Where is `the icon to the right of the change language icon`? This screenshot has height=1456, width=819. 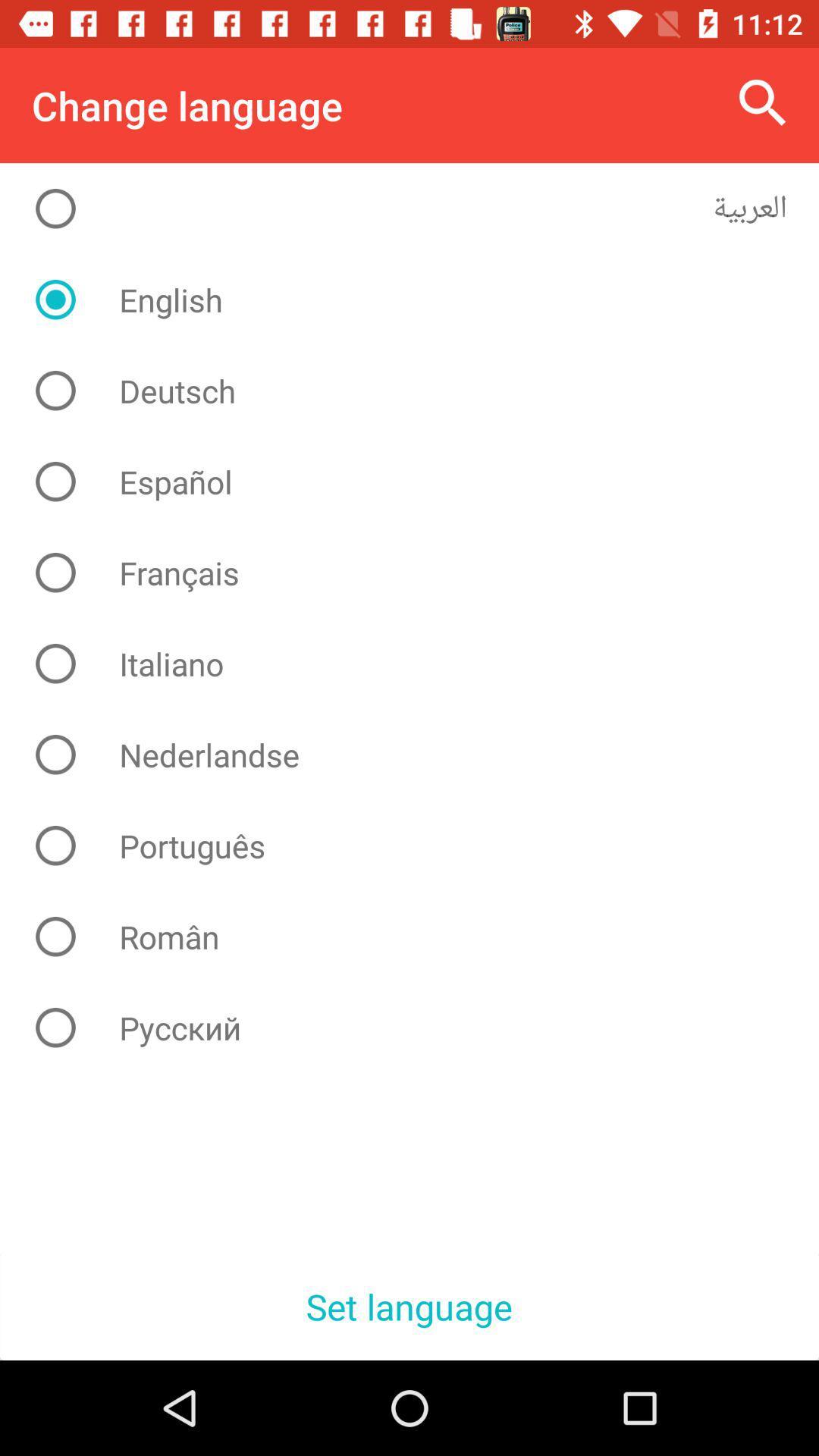 the icon to the right of the change language icon is located at coordinates (763, 102).